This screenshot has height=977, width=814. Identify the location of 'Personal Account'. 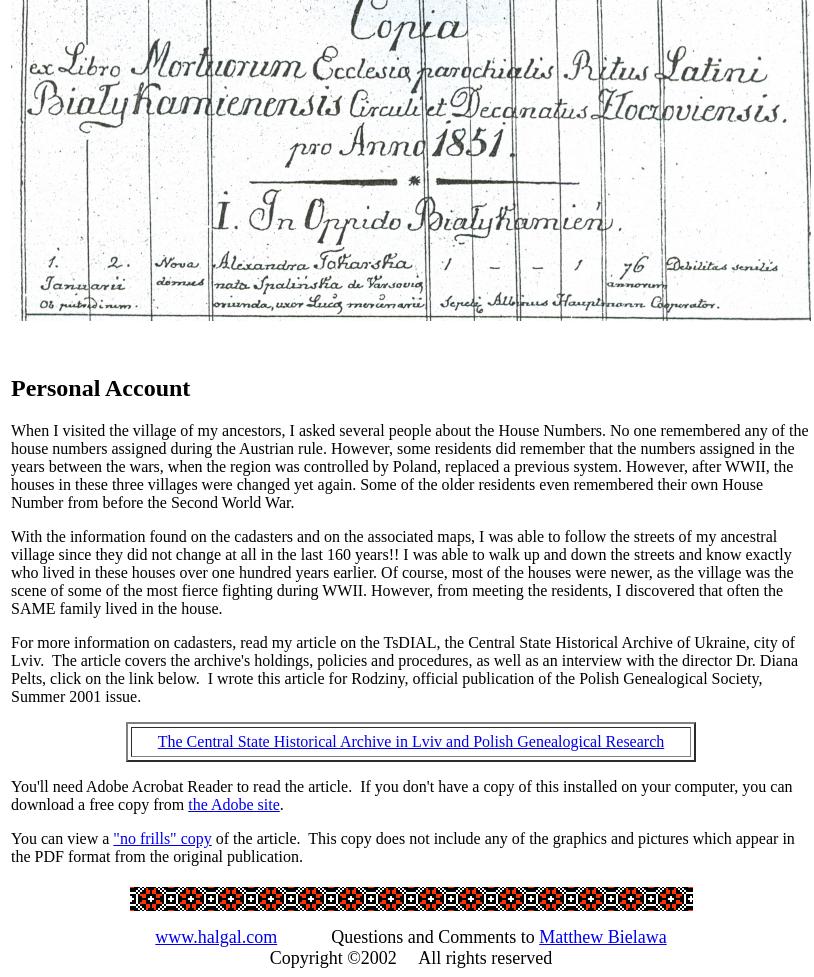
(99, 386).